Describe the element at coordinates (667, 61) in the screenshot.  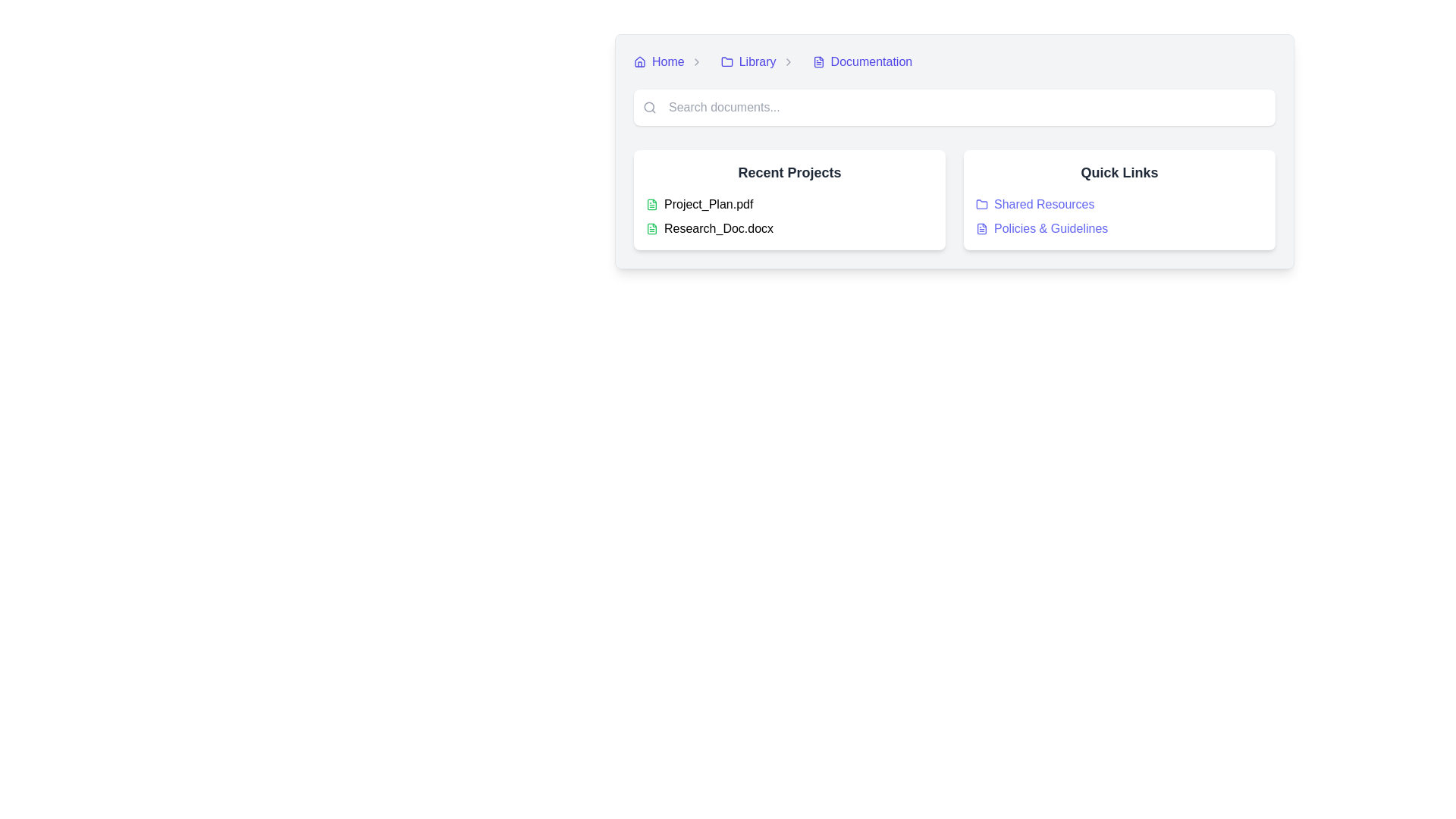
I see `the styling of the 'Home' text label within the breadcrumb navigation, which aids users in understanding the current navigation context` at that location.